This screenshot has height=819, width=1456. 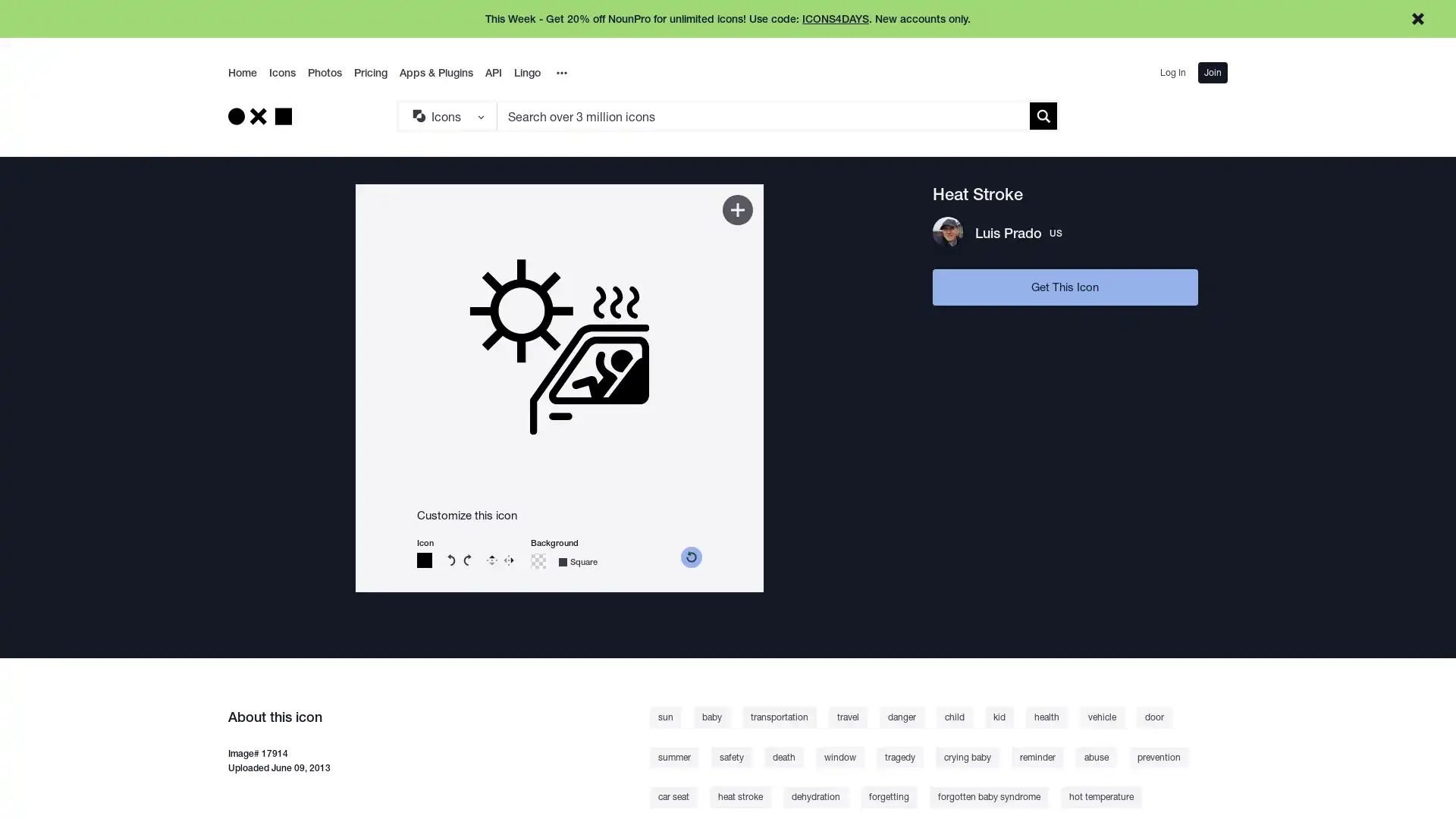 I want to click on Reverse, so click(x=508, y=560).